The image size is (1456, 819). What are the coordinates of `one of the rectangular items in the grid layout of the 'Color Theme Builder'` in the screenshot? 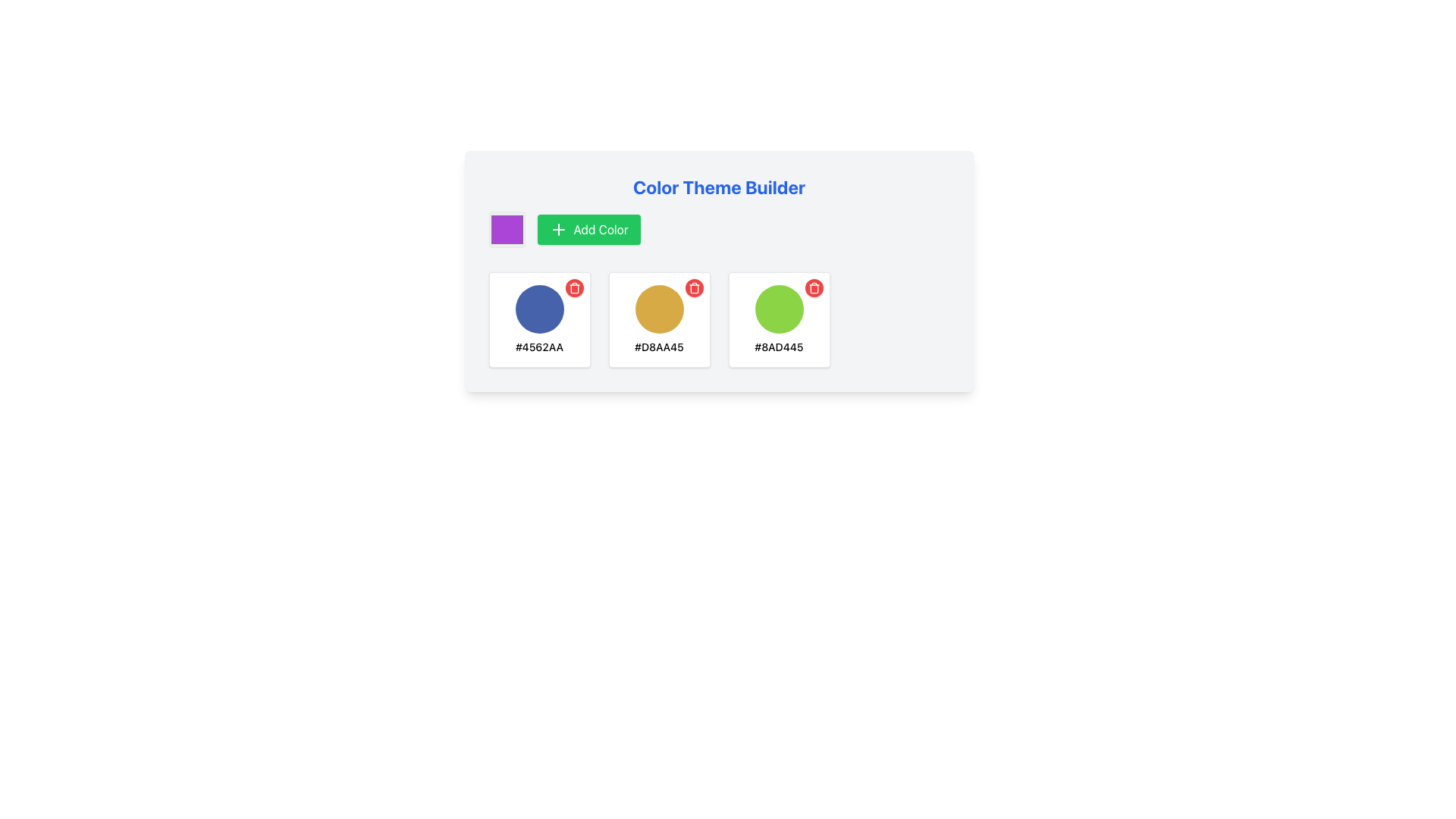 It's located at (718, 318).